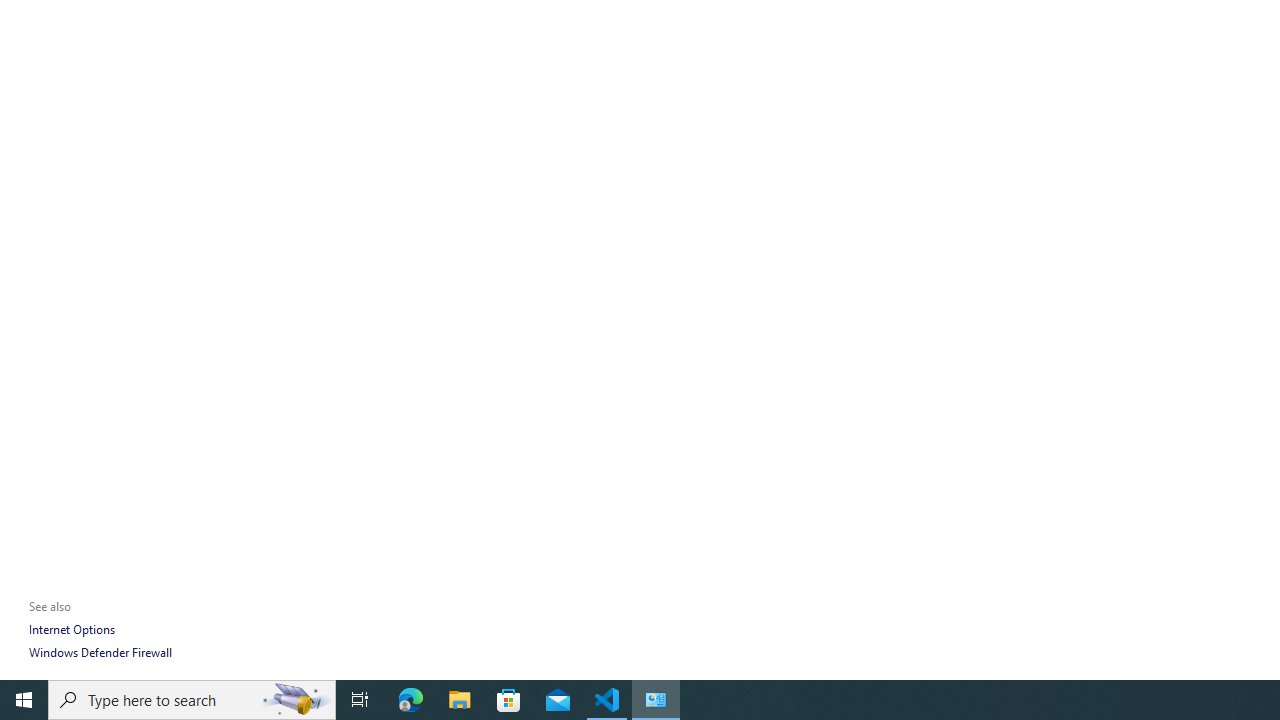 The image size is (1280, 720). Describe the element at coordinates (656, 698) in the screenshot. I see `'Control Panel - 1 running window'` at that location.